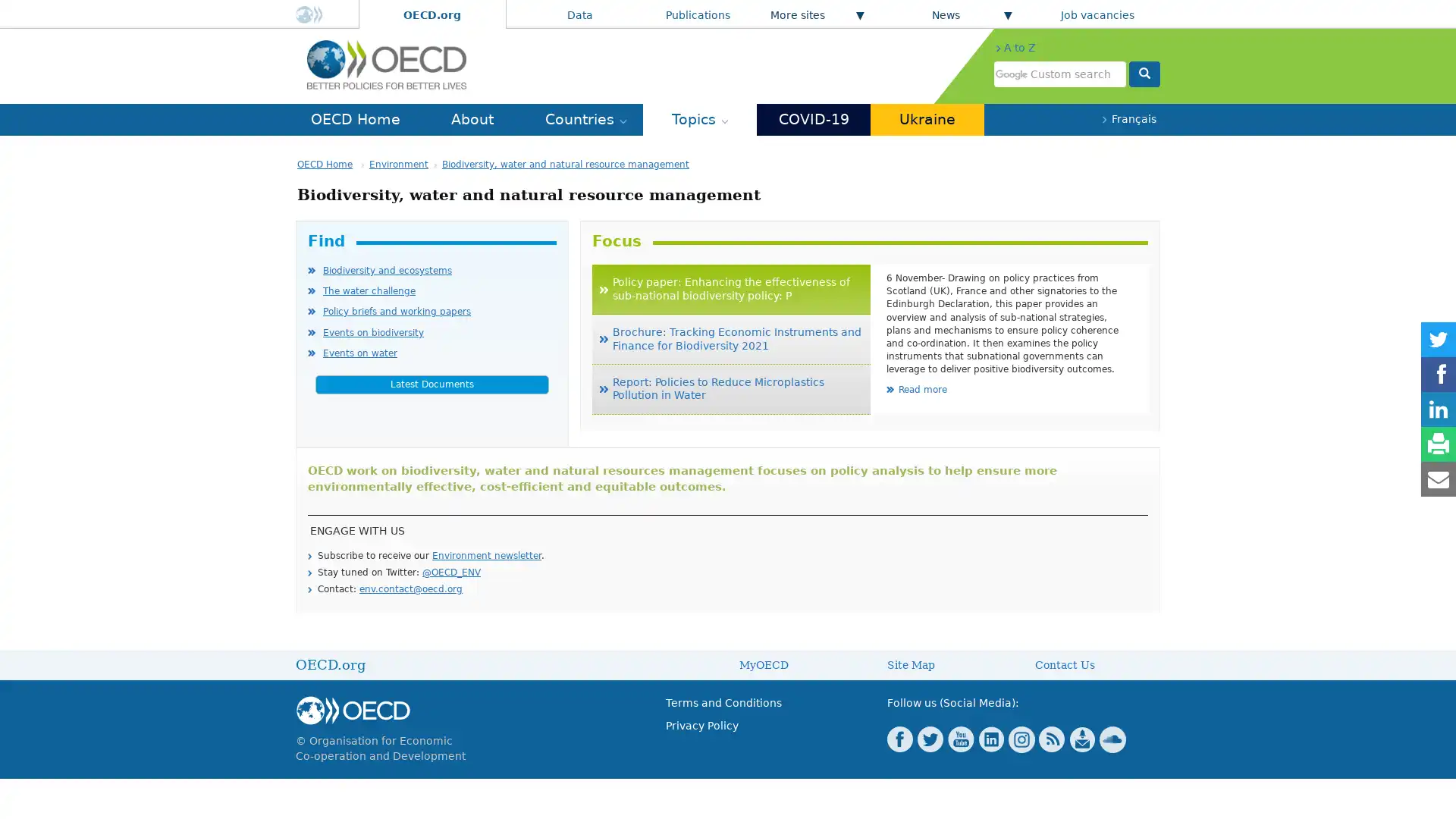 The image size is (1456, 819). Describe the element at coordinates (698, 118) in the screenshot. I see `Topics` at that location.